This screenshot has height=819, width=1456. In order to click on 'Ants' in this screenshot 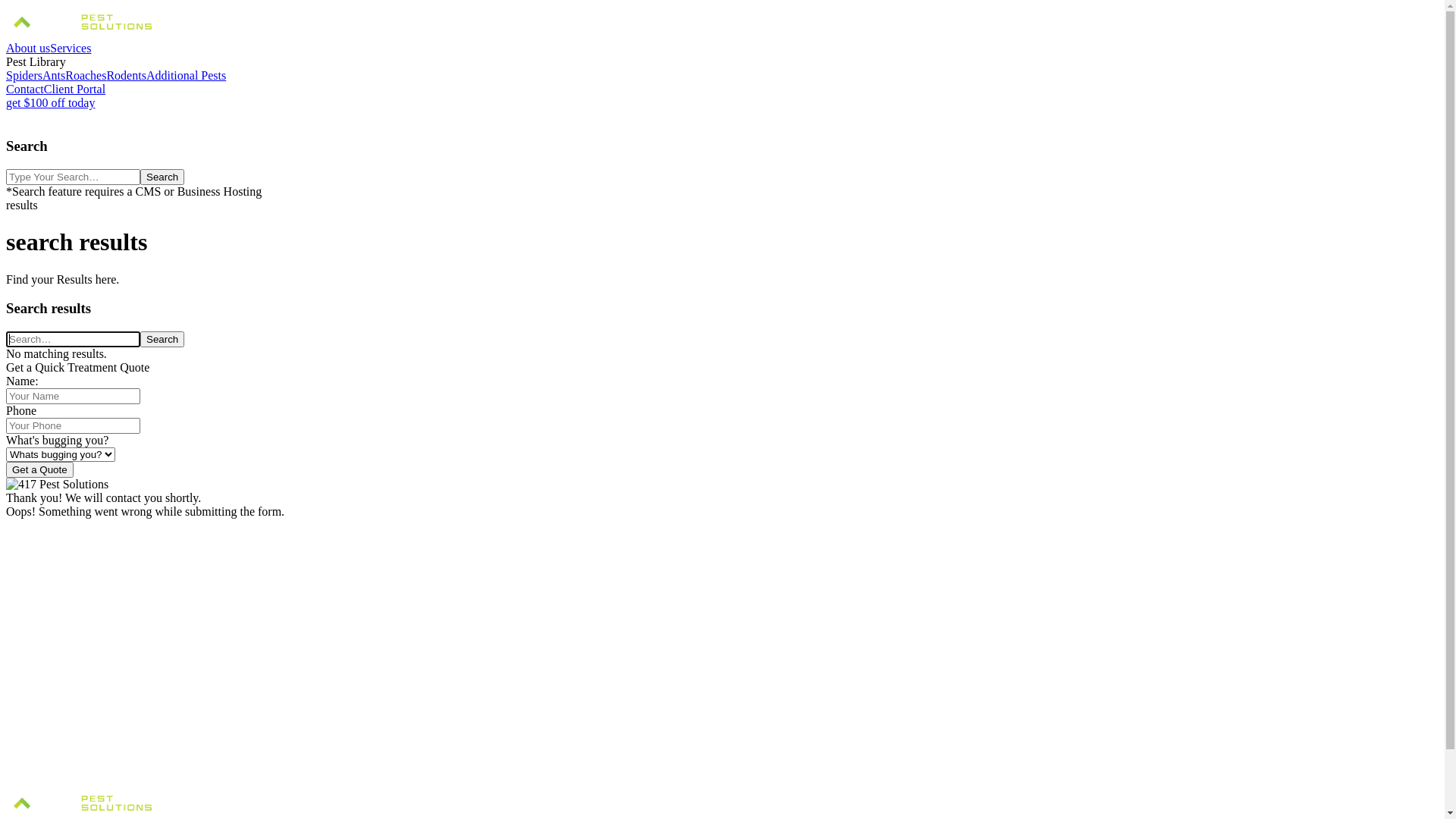, I will do `click(54, 75)`.